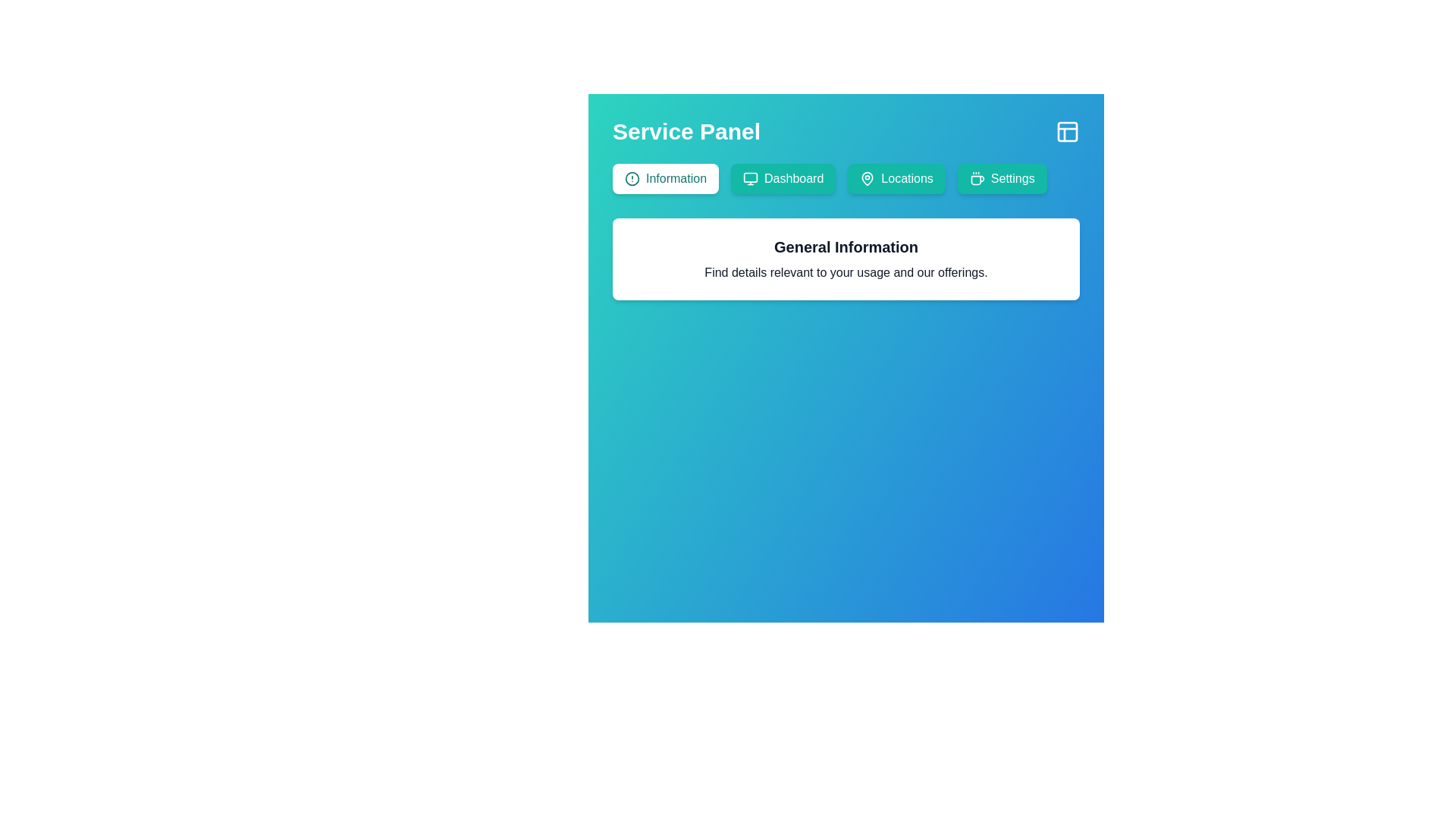 The image size is (1456, 819). Describe the element at coordinates (751, 177) in the screenshot. I see `the 'Dashboard' button which contains the graphical icon representing monitor functionality` at that location.